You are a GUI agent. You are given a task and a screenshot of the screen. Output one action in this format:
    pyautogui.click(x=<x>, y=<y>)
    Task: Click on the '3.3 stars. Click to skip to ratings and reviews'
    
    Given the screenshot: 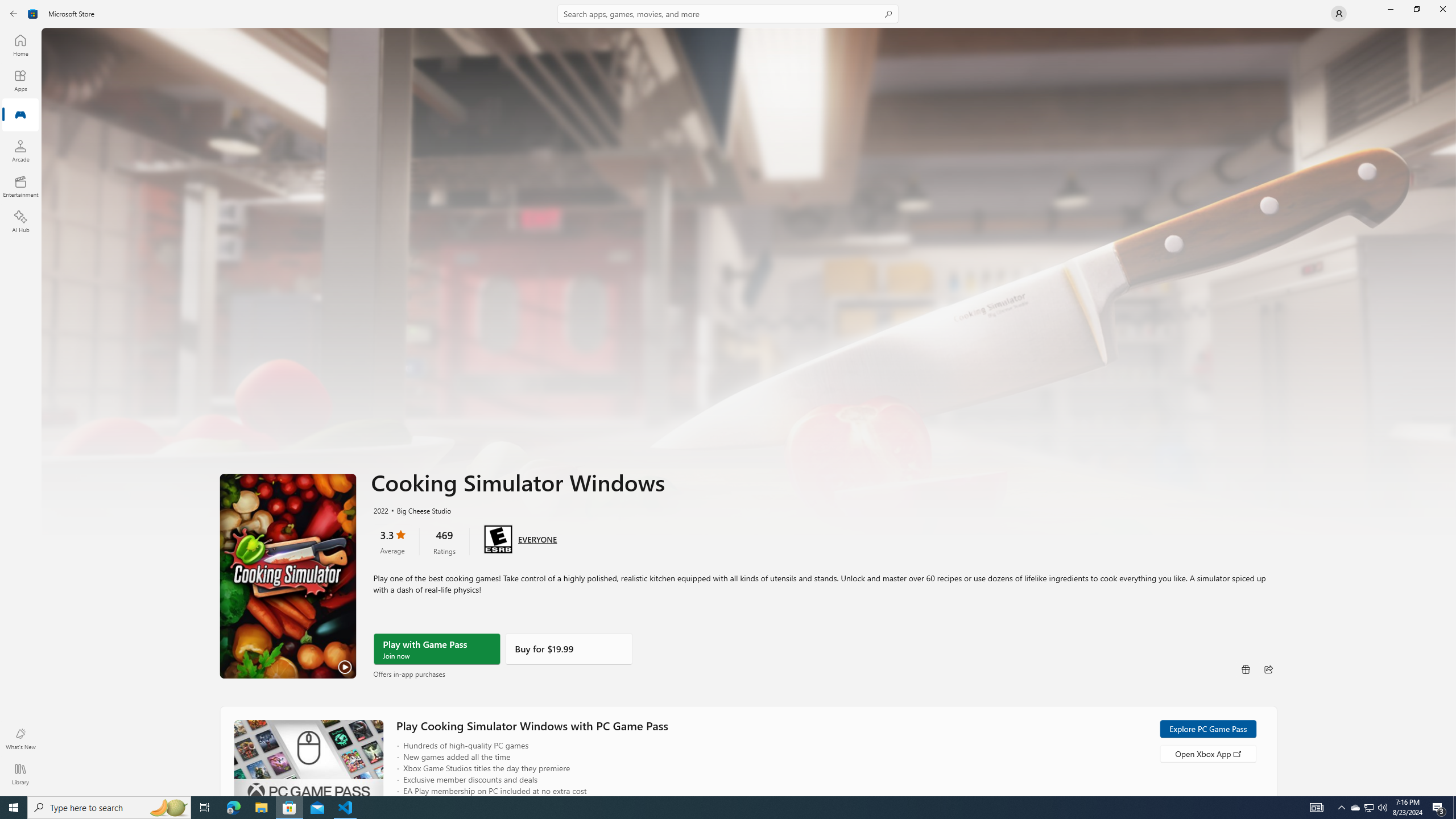 What is the action you would take?
    pyautogui.click(x=391, y=540)
    